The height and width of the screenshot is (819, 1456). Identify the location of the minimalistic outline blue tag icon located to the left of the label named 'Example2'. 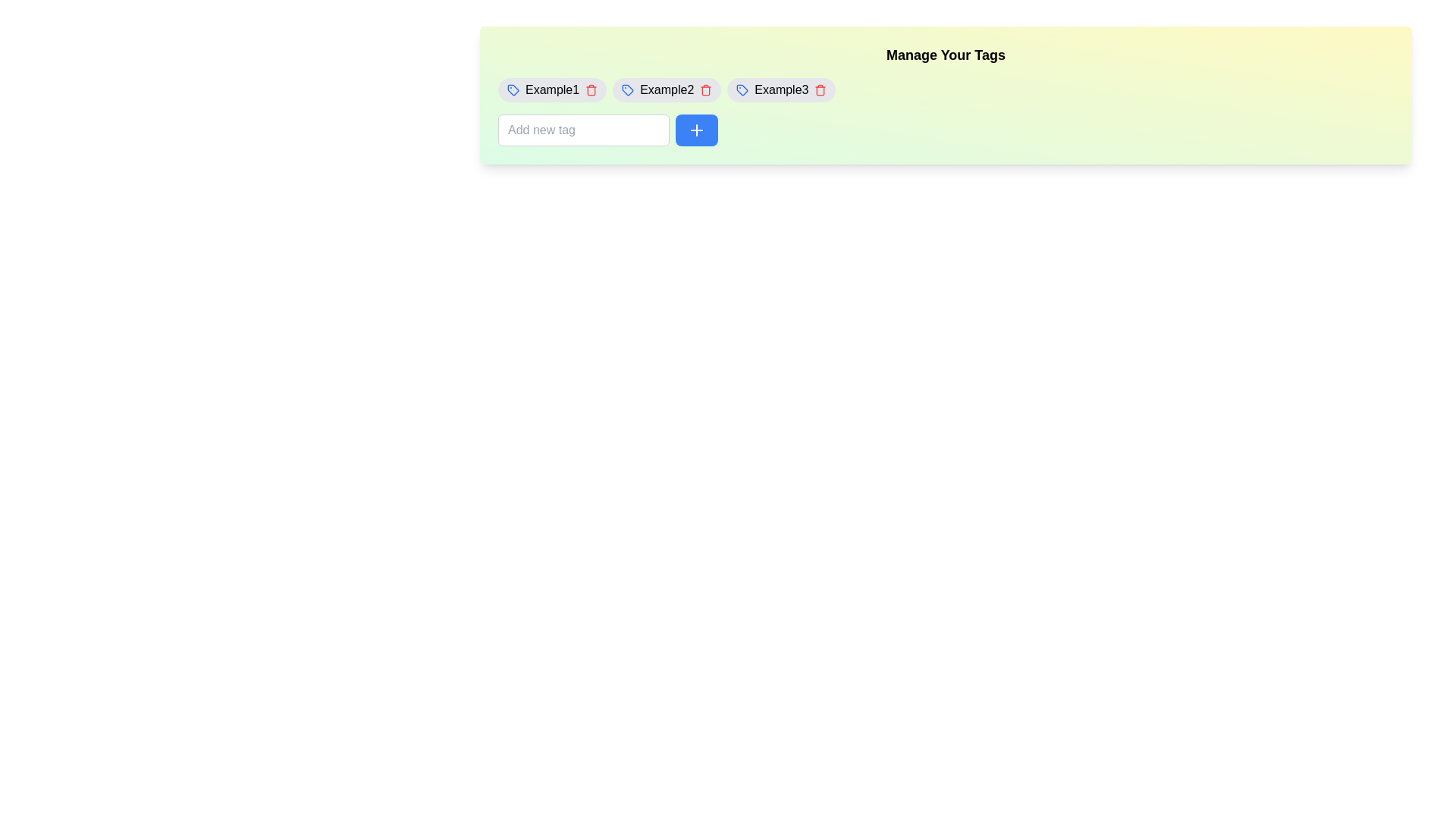
(628, 90).